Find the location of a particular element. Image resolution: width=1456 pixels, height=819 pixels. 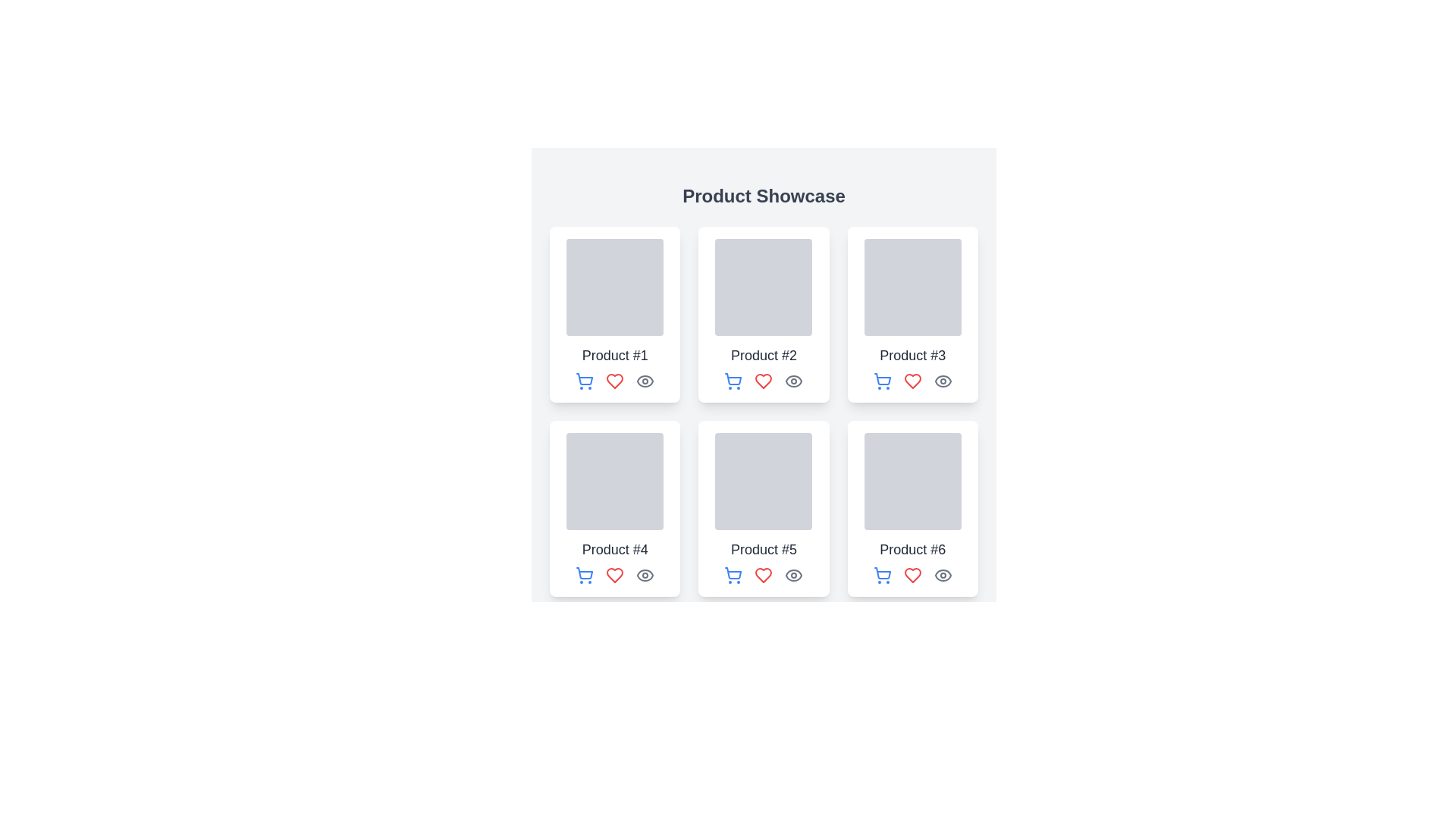

the product card located in the top row, third column of the product showcase list is located at coordinates (912, 314).